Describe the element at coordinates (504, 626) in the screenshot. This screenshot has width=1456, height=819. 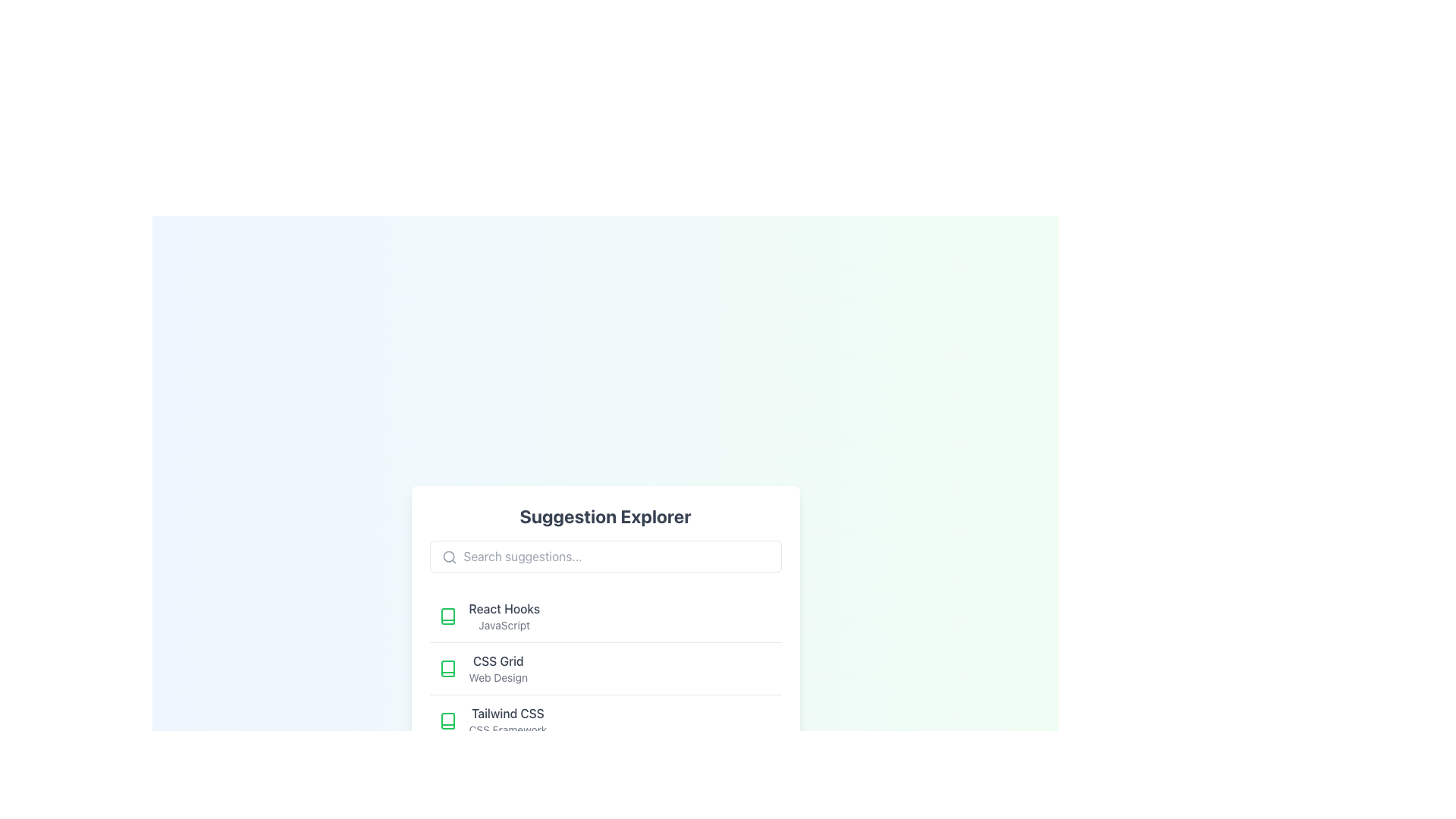
I see `text label providing contextual information about 'React Hooks' in the 'Suggestion Explorer' drop-down menu` at that location.